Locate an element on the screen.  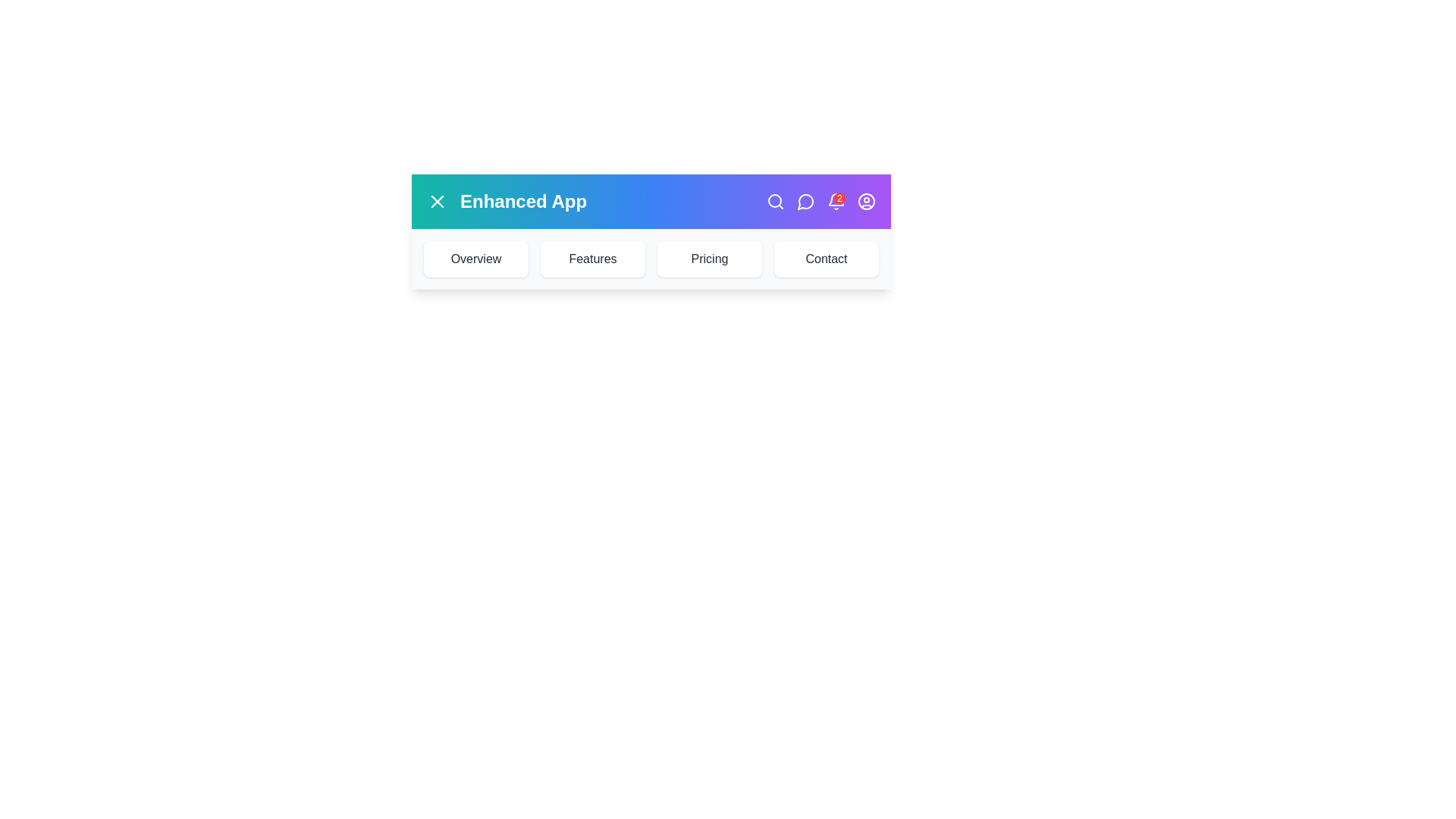
the Overview button to navigate to the corresponding section is located at coordinates (475, 259).